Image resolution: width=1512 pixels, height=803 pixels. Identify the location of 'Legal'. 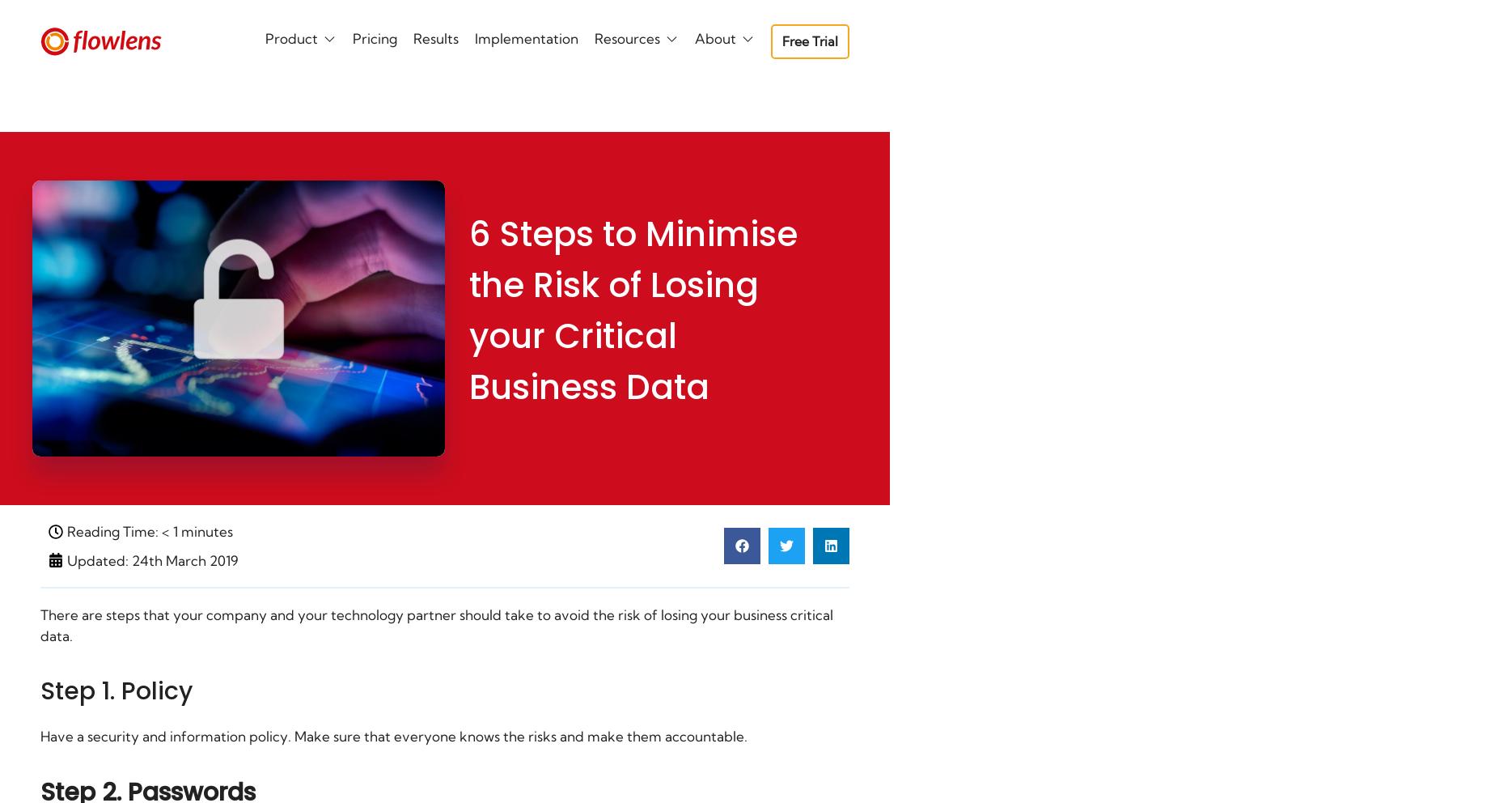
(602, 114).